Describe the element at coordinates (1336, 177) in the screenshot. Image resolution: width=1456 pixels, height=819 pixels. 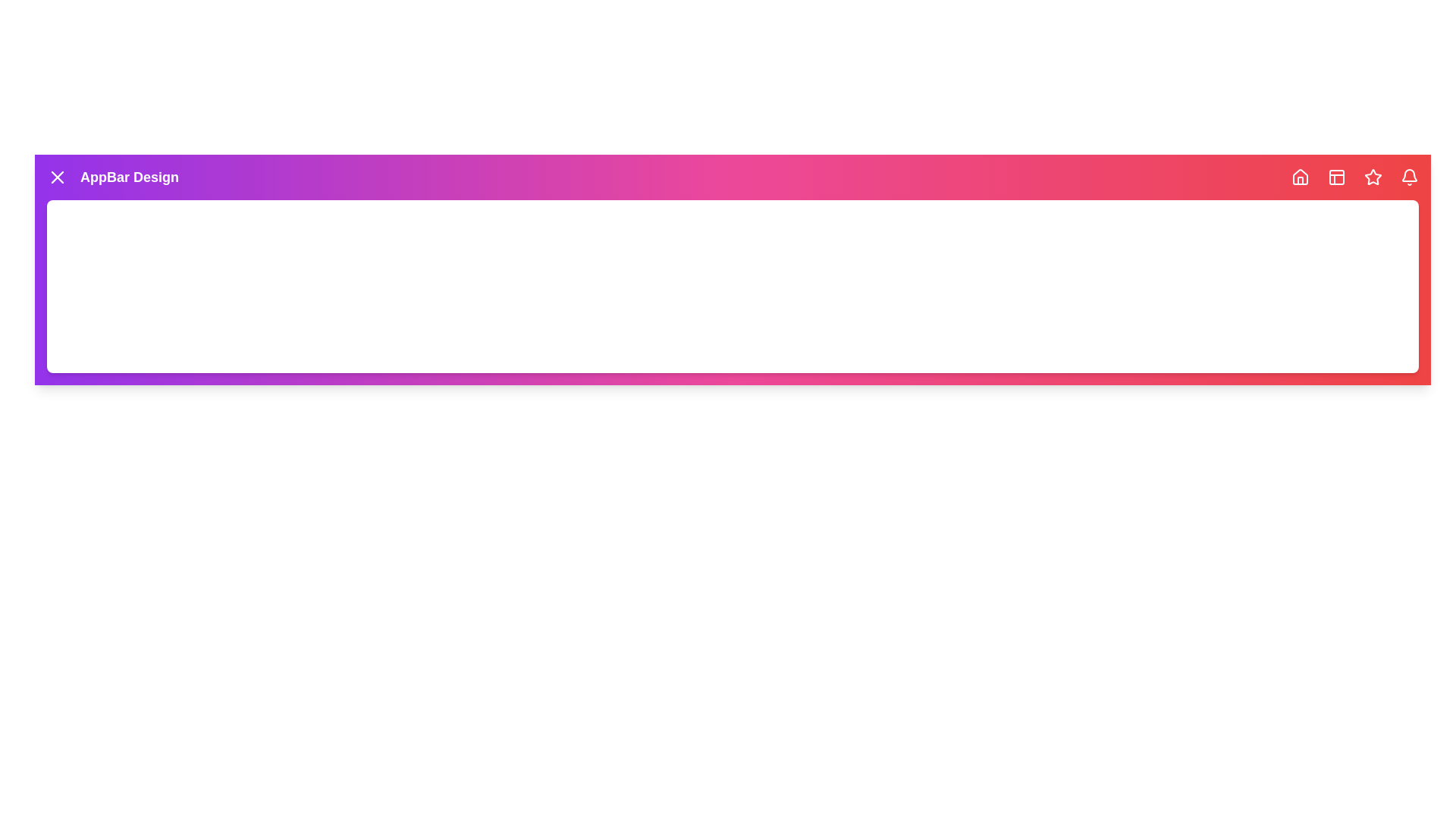
I see `the navigation icon Layout` at that location.